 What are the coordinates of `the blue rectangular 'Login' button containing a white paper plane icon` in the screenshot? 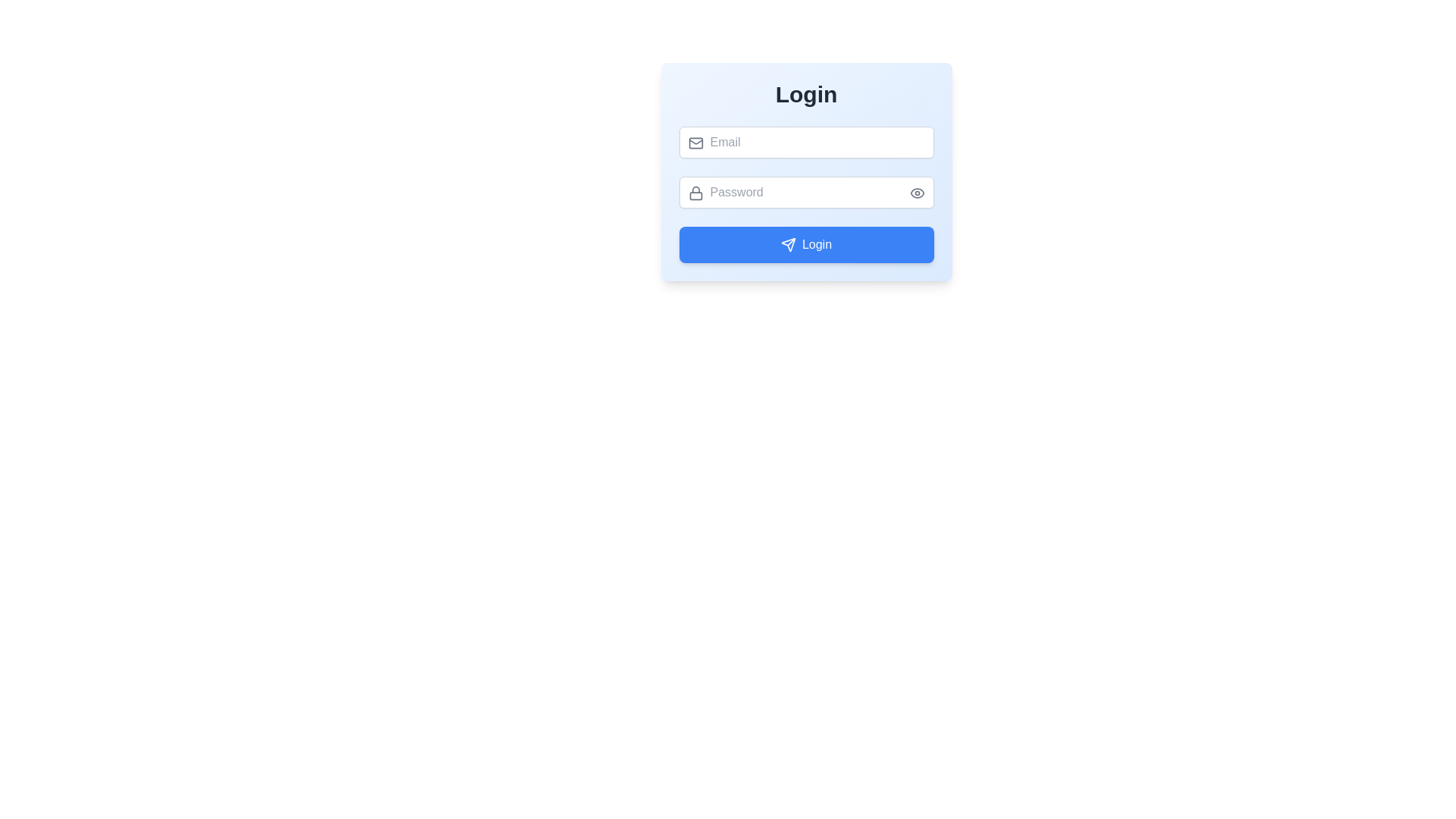 It's located at (805, 244).